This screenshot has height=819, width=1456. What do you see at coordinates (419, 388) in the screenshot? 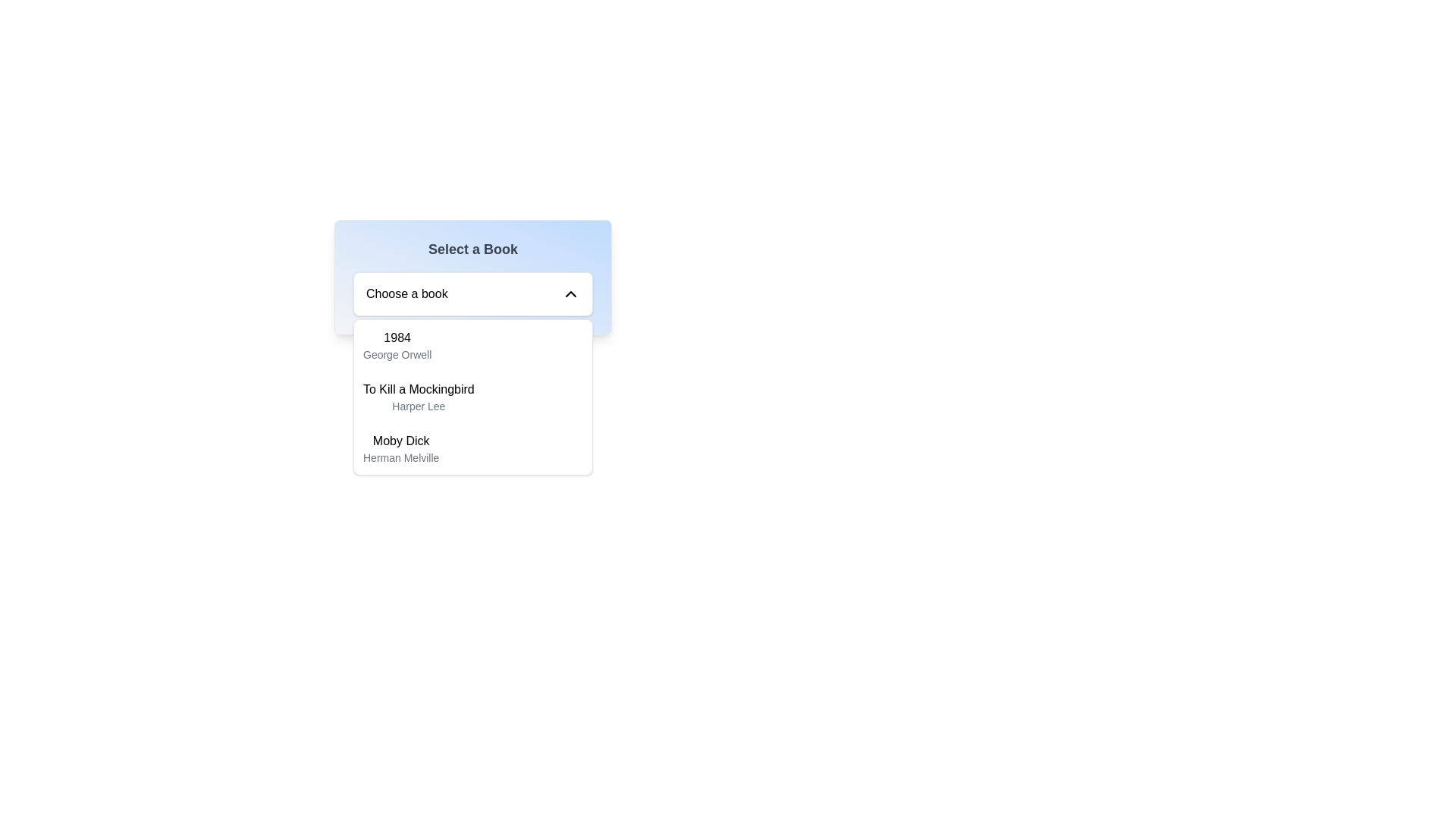
I see `displayed title of the book in the dropdown list, which is the second item and located beneath the 'Choose a Book' label` at bounding box center [419, 388].